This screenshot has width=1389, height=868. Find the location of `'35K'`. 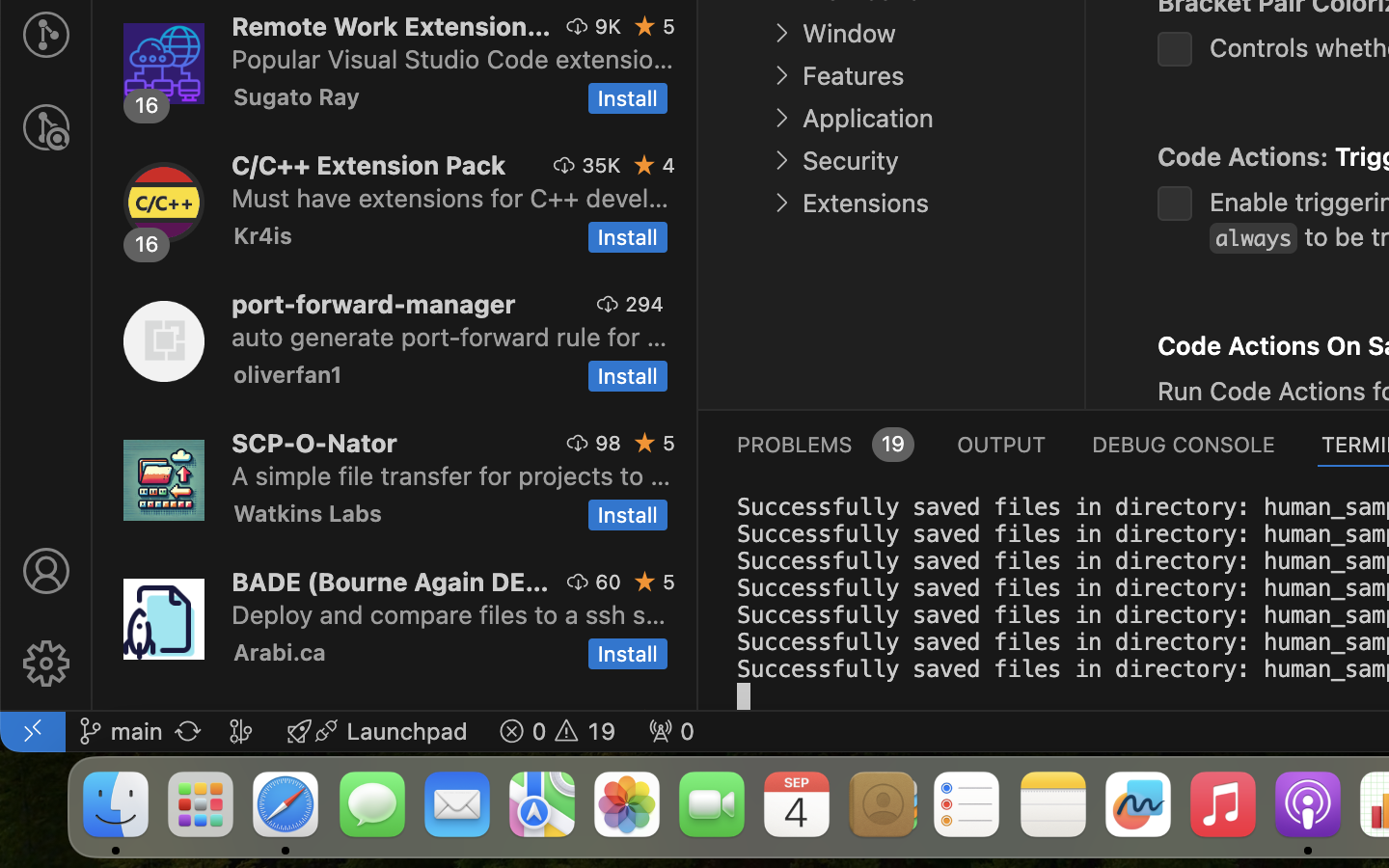

'35K' is located at coordinates (600, 165).